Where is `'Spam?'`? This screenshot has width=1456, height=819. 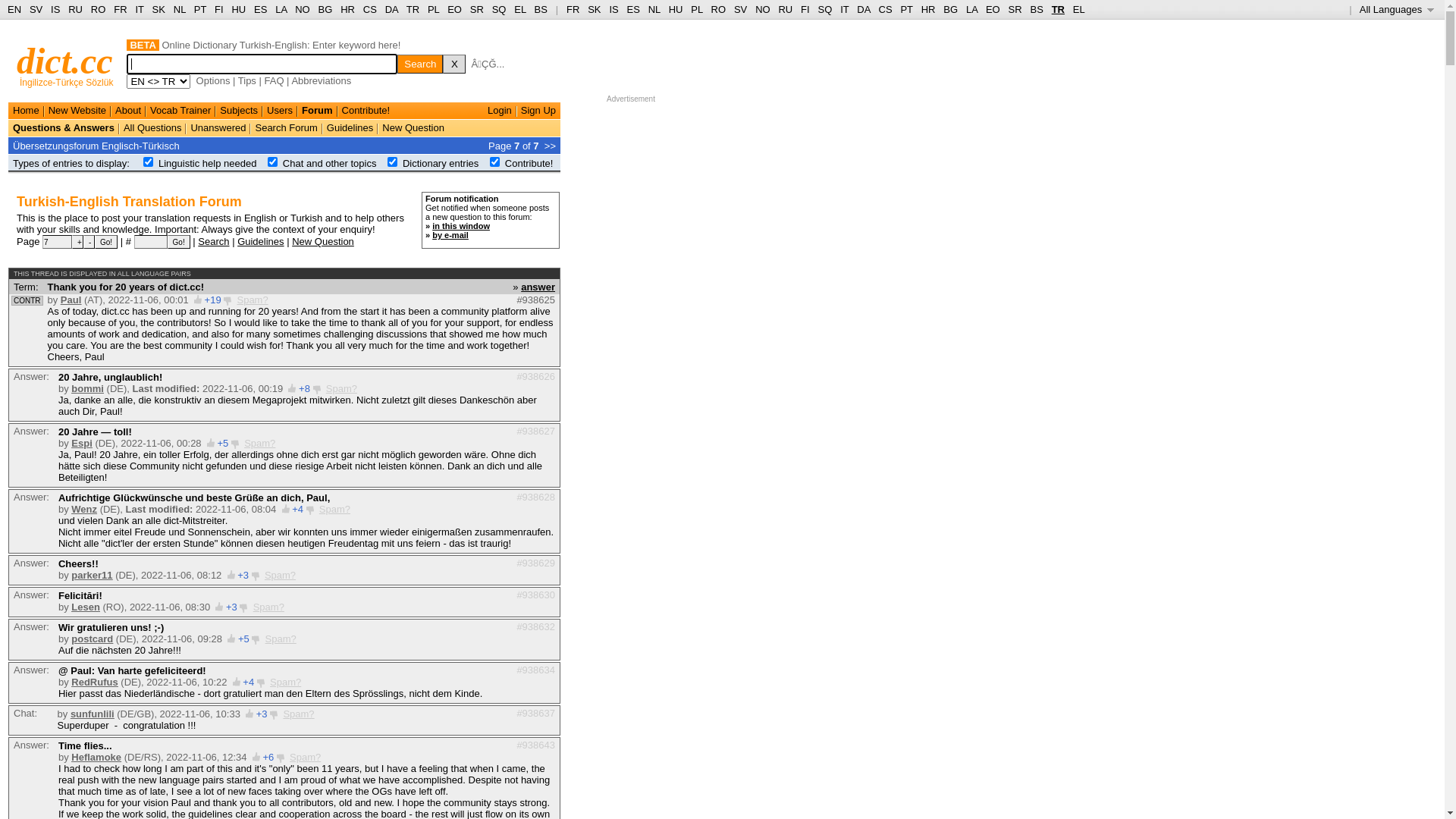
'Spam?' is located at coordinates (280, 575).